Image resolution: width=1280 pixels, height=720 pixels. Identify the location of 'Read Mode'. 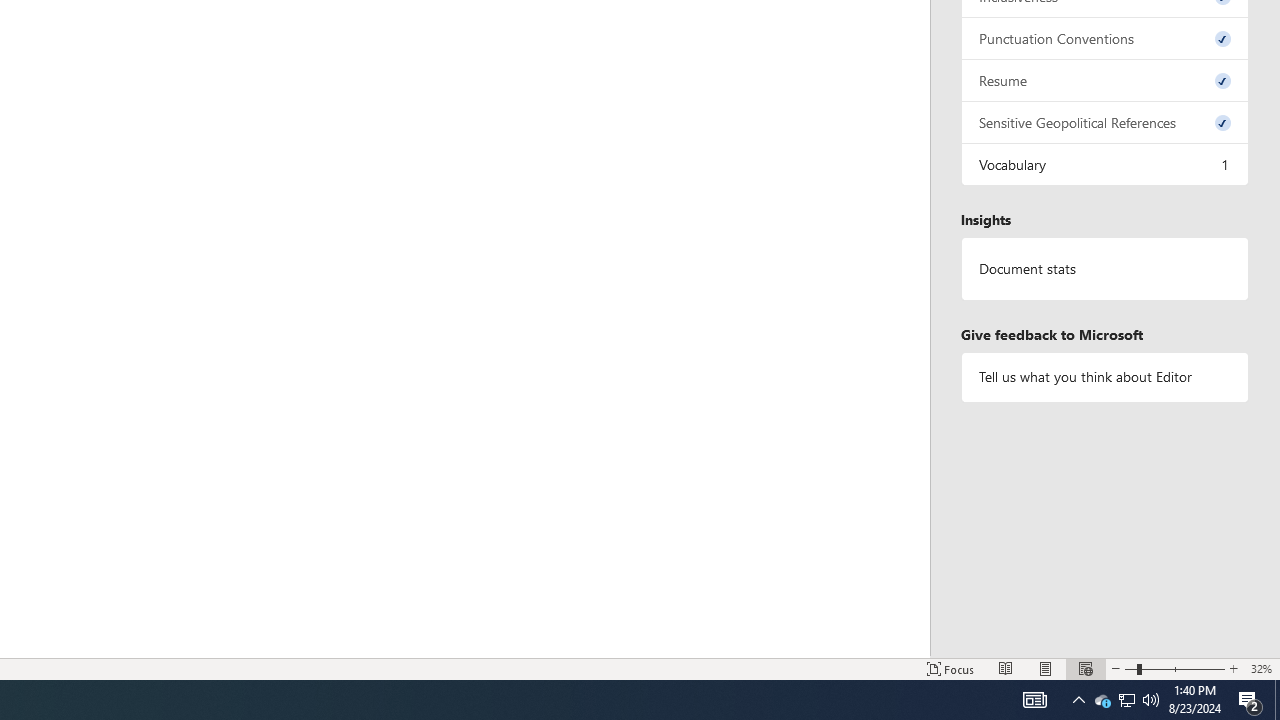
(1006, 669).